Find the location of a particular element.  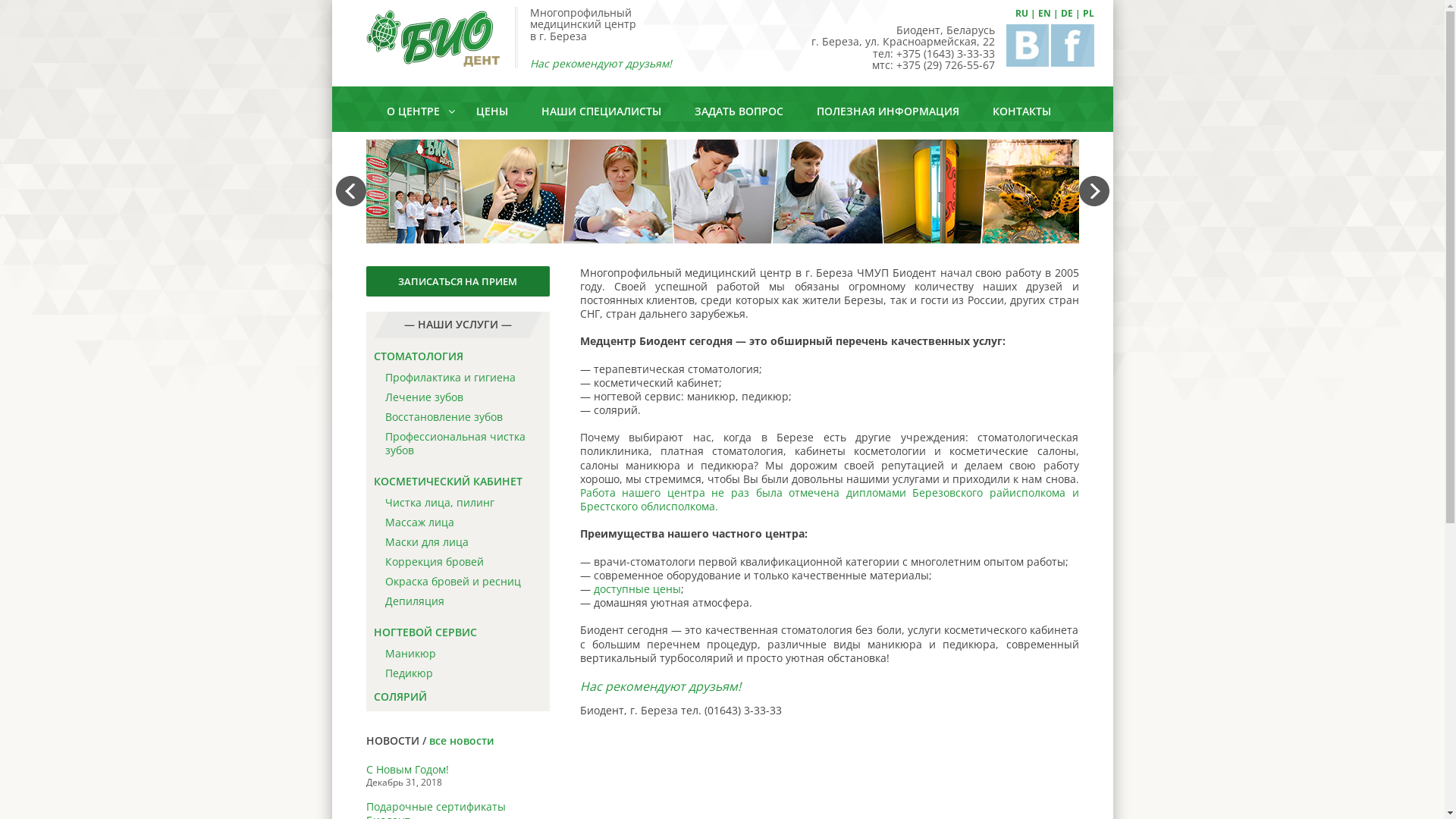

'RU' is located at coordinates (1021, 13).